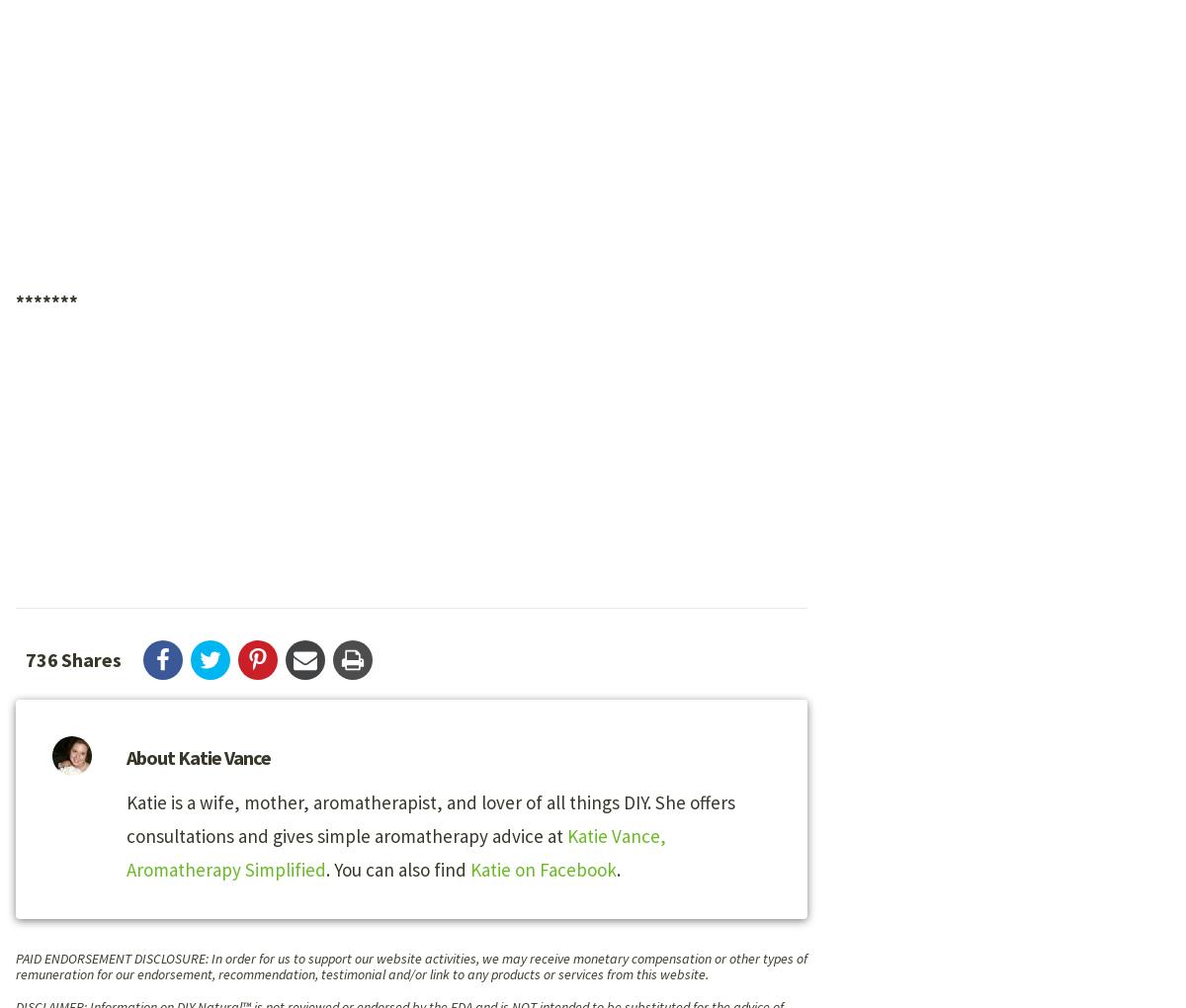 This screenshot has height=1008, width=1186. Describe the element at coordinates (91, 659) in the screenshot. I see `'Shares'` at that location.